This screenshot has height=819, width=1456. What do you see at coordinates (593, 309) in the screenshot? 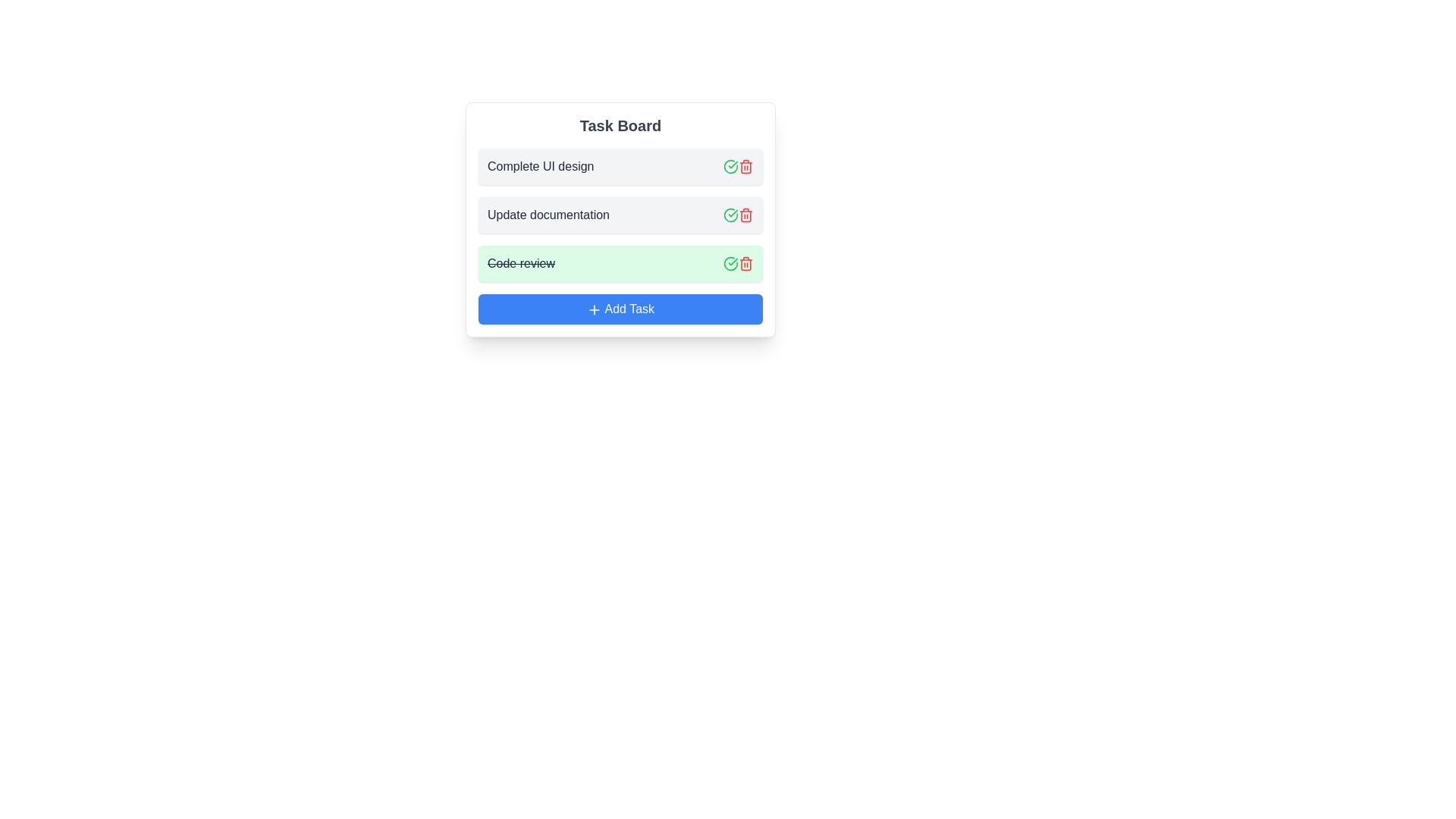
I see `the 'Plus' icon located within the blue 'Add Task' button at the bottom of the content area to observe any hover effects` at bounding box center [593, 309].